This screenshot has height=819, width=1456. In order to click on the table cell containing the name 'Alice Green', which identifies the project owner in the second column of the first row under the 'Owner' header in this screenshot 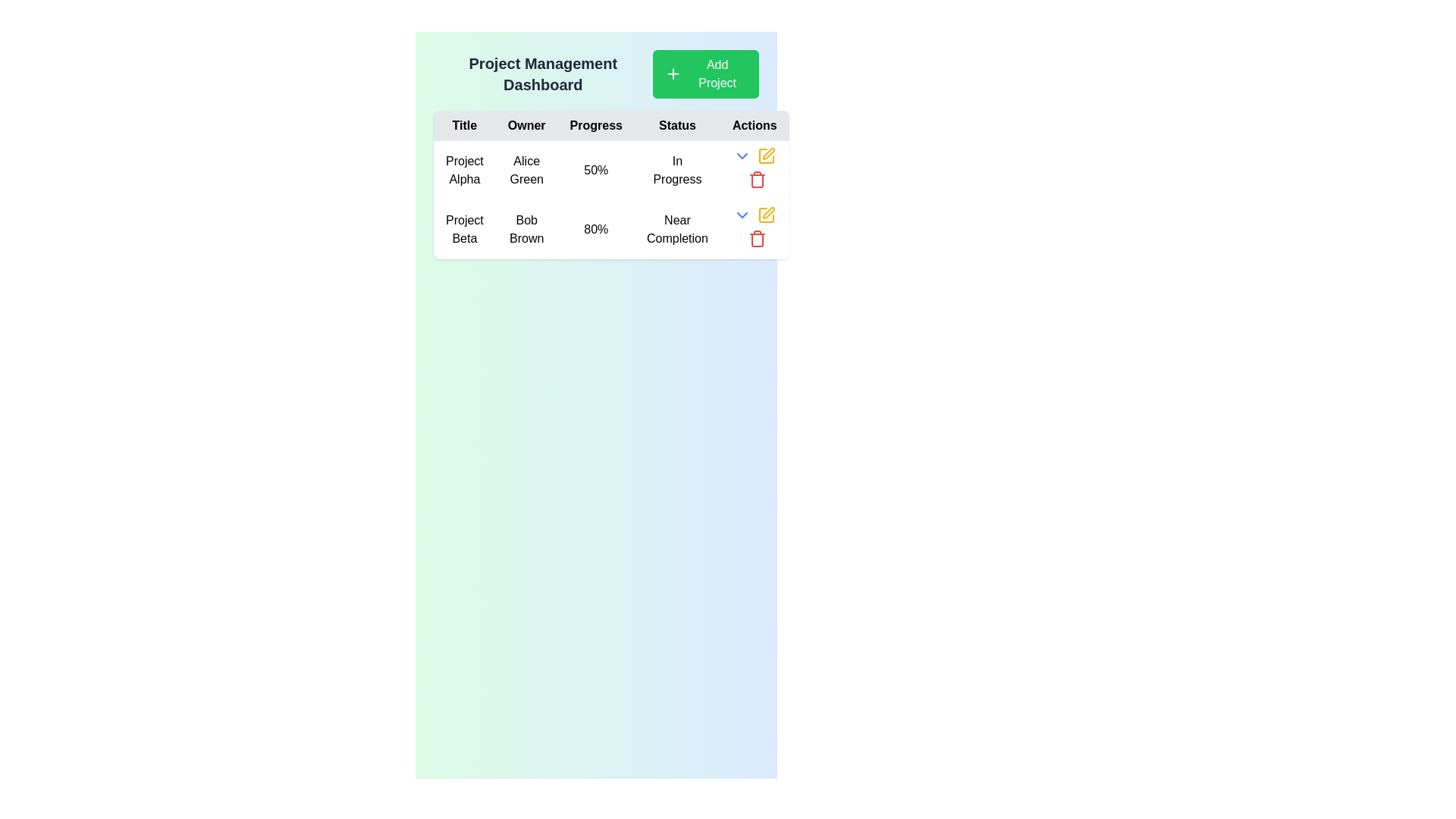, I will do `click(526, 170)`.